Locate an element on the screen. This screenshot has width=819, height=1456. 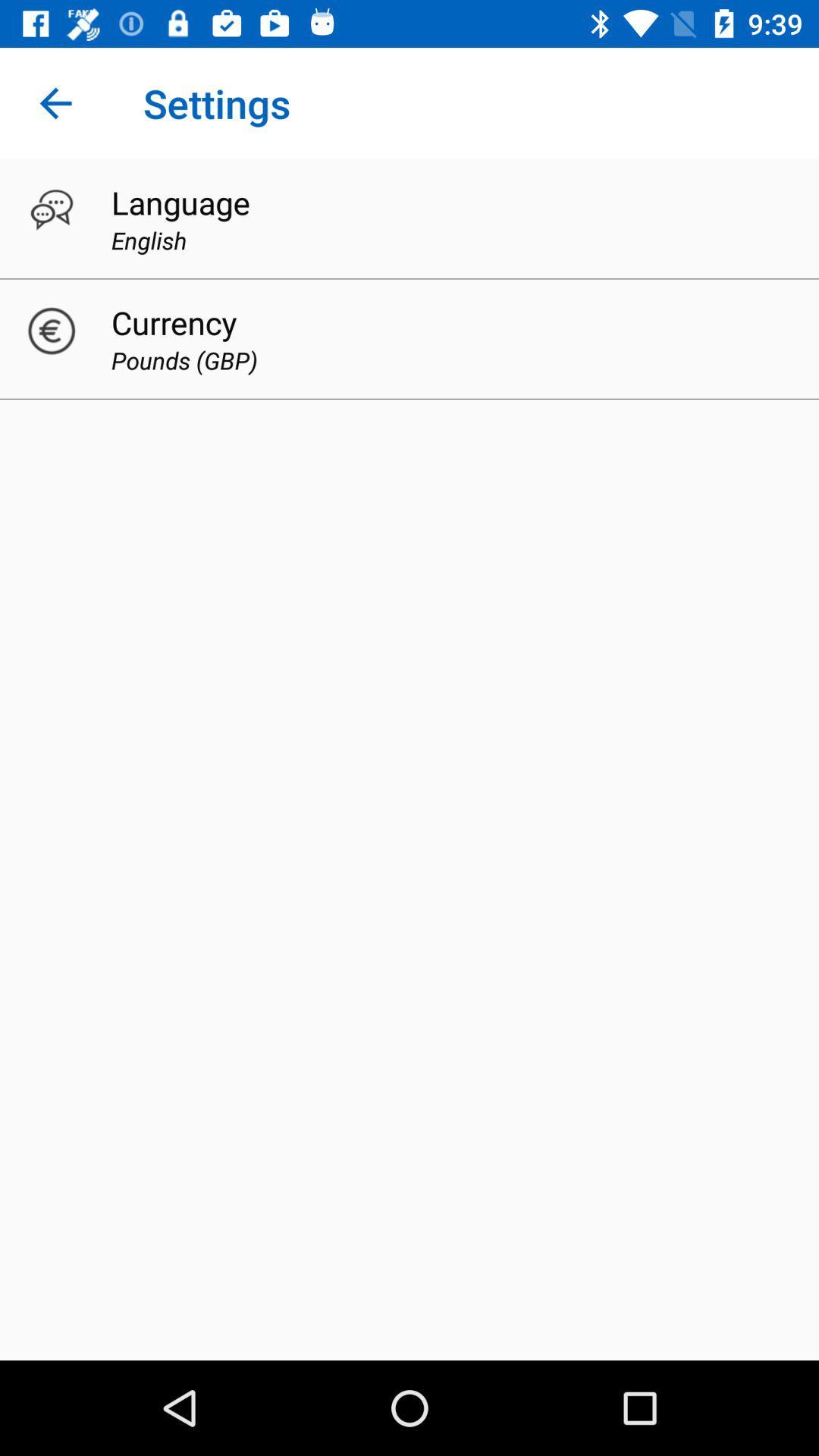
the language icon is located at coordinates (180, 202).